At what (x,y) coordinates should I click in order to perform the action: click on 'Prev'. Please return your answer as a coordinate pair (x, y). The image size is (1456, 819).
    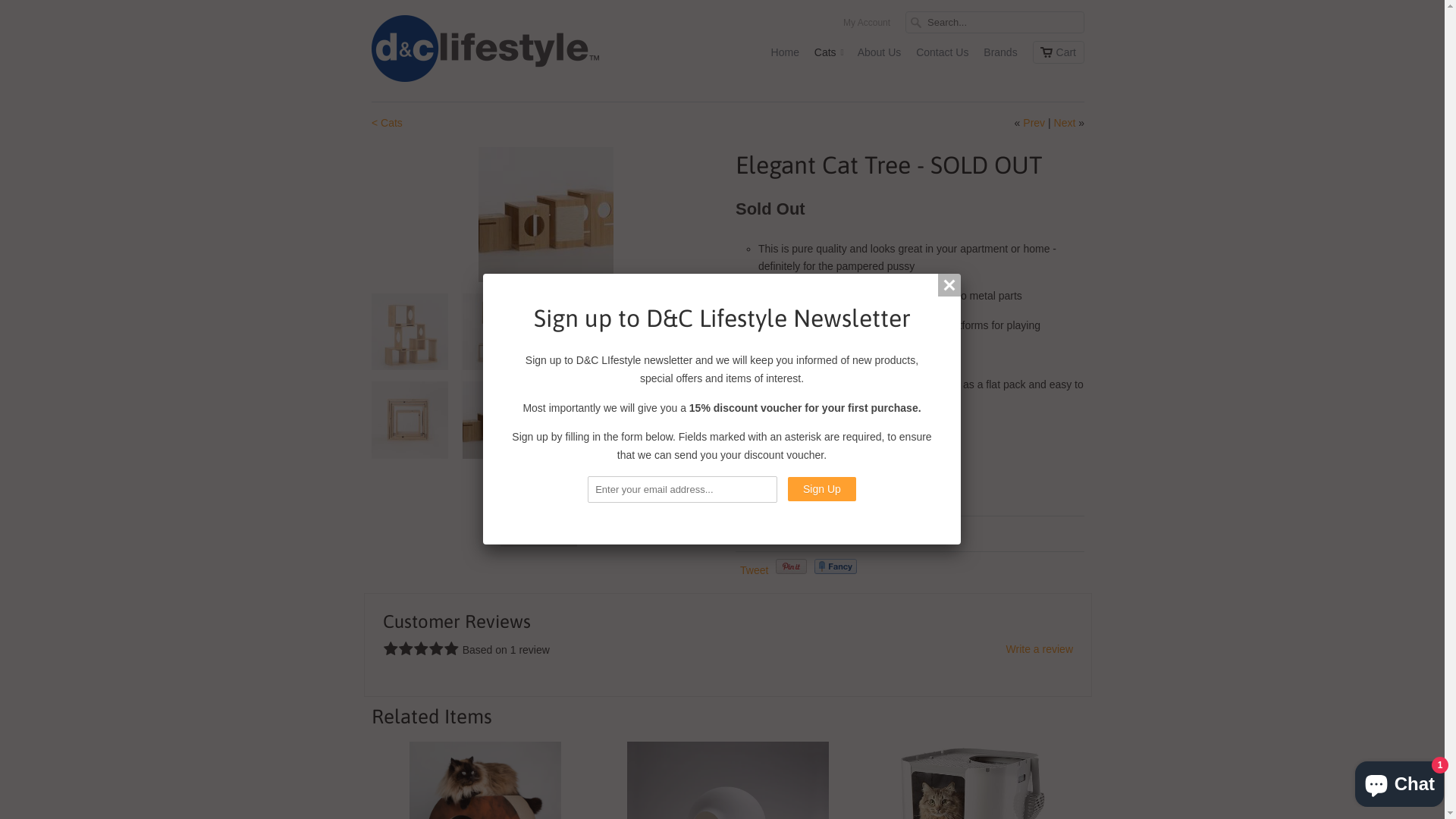
    Looking at the image, I should click on (1033, 122).